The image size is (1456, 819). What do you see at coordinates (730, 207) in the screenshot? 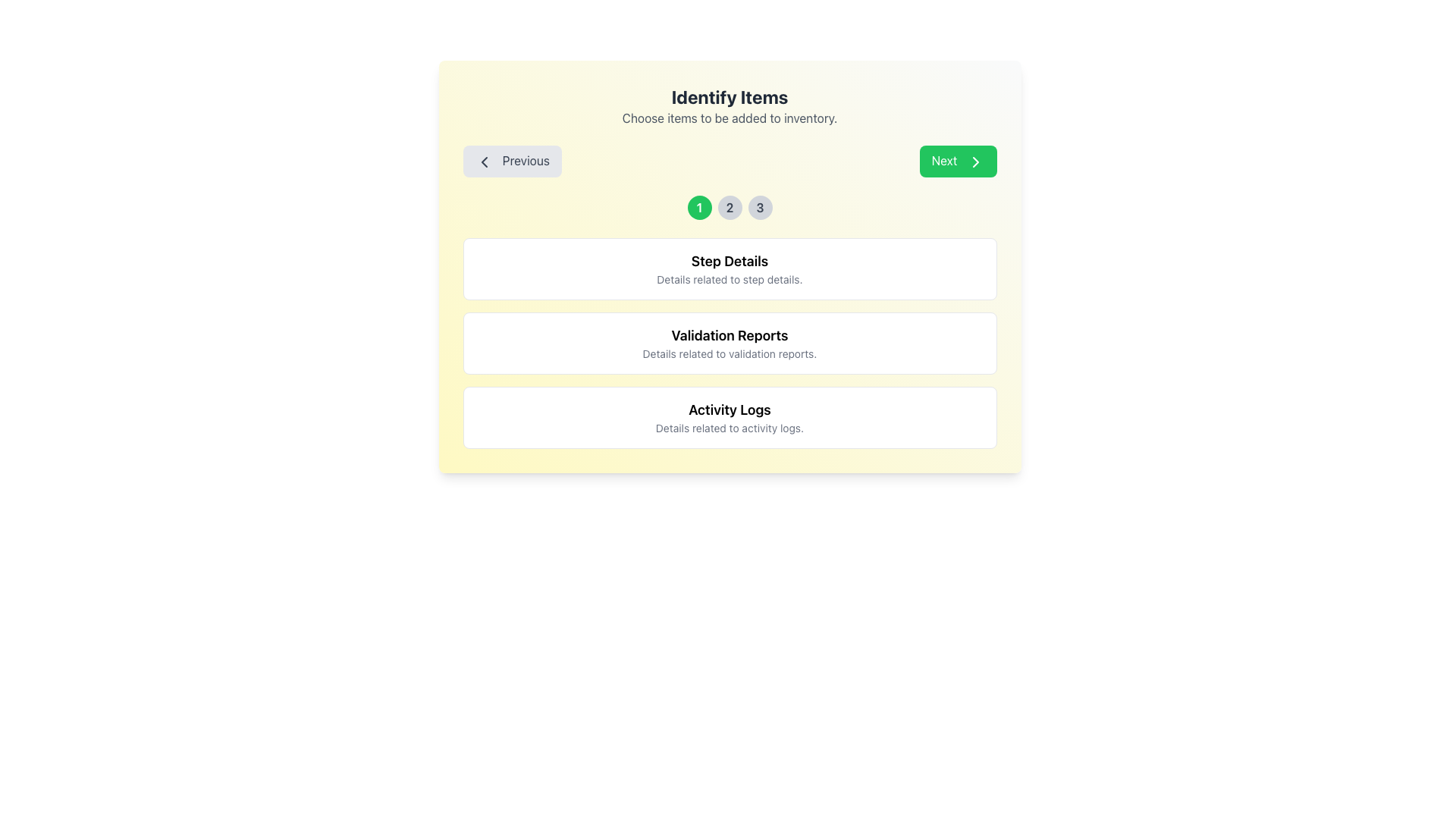
I see `the circular button encapsulating the number '2' with a gray background to trigger associated hover states` at bounding box center [730, 207].